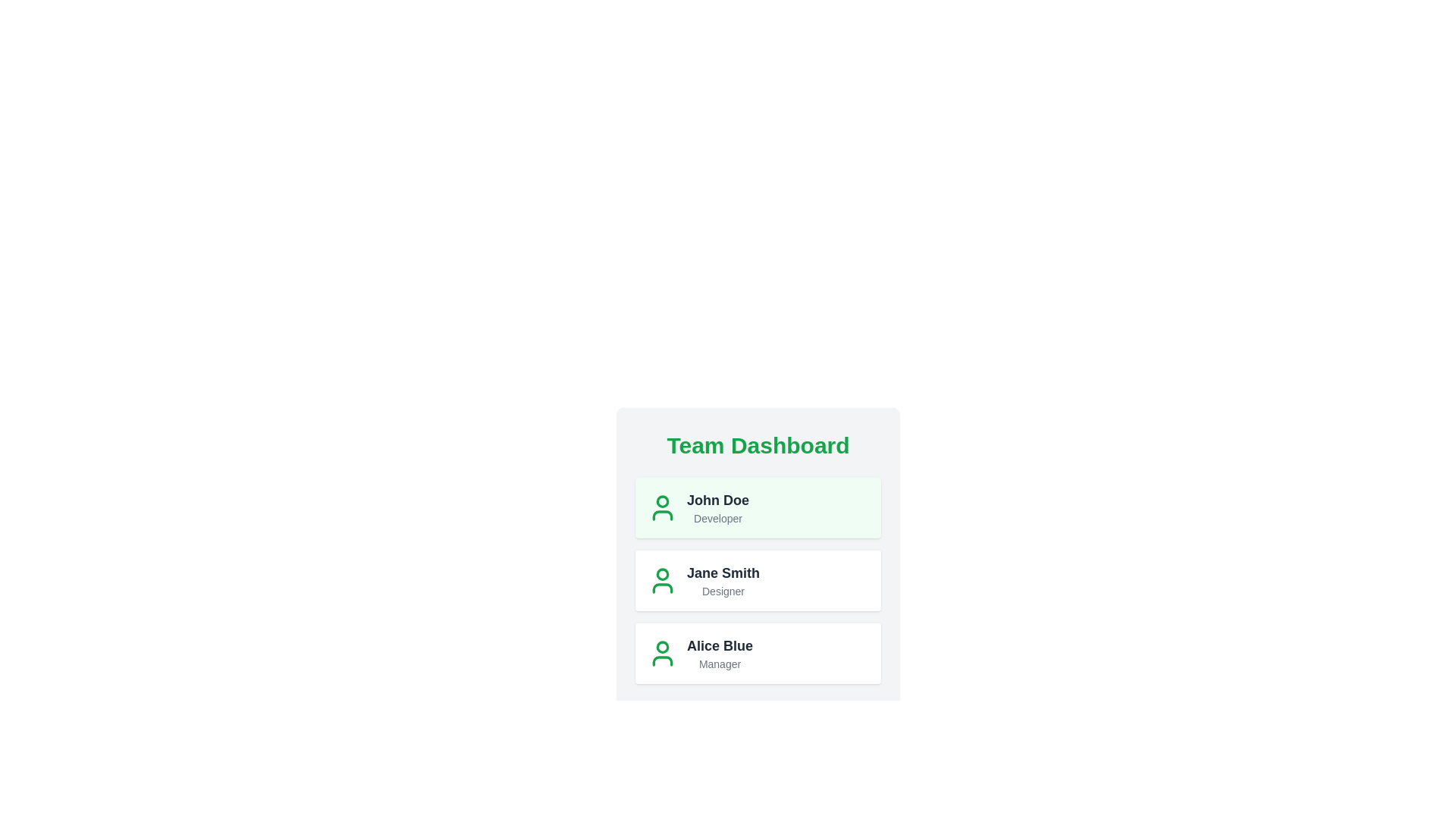 The image size is (1456, 819). What do you see at coordinates (758, 580) in the screenshot?
I see `the user card for 'Jane Smith', the second card in the vertical list of user cards` at bounding box center [758, 580].